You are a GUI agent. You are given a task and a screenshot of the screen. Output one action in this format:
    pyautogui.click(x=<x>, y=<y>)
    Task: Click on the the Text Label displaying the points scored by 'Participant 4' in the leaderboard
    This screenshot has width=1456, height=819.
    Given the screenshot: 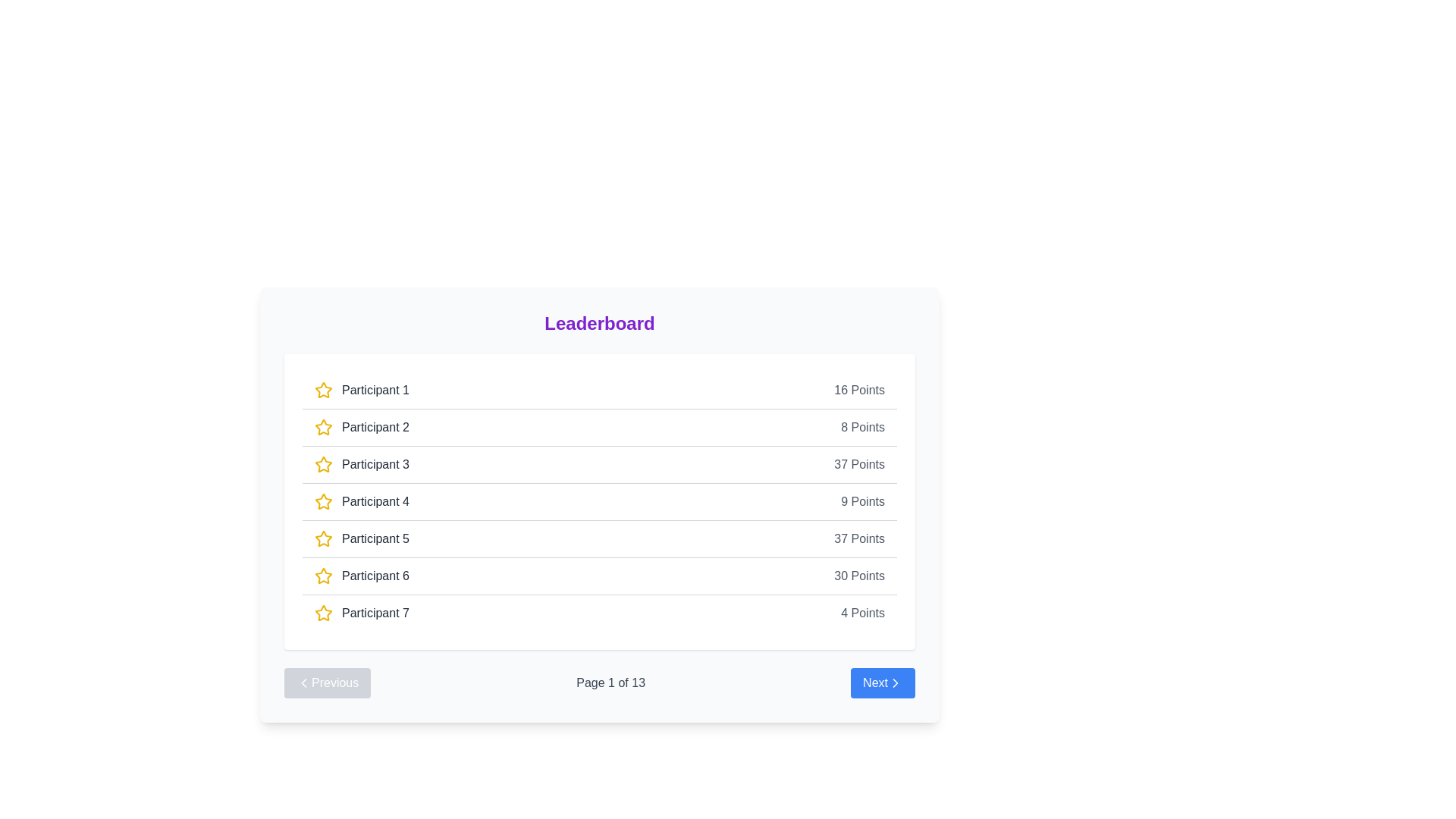 What is the action you would take?
    pyautogui.click(x=863, y=502)
    